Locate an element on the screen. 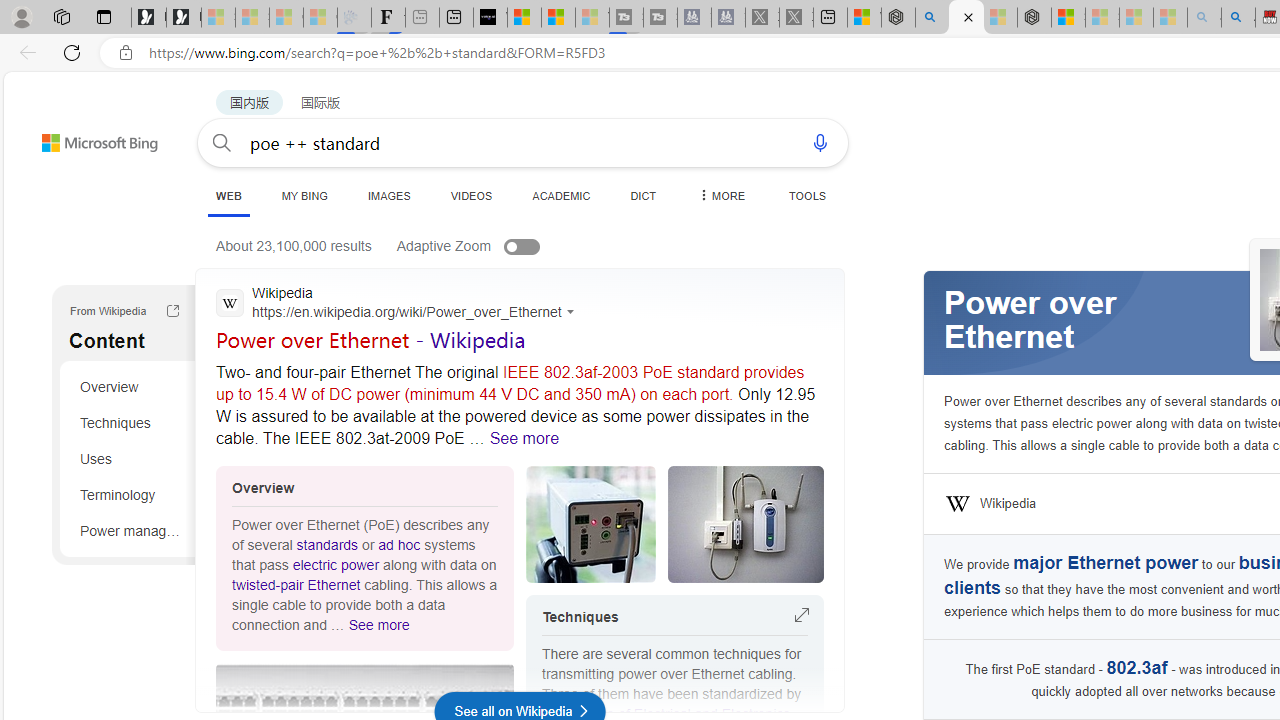 The width and height of the screenshot is (1280, 720). 'Power management features and integration' is located at coordinates (130, 529).